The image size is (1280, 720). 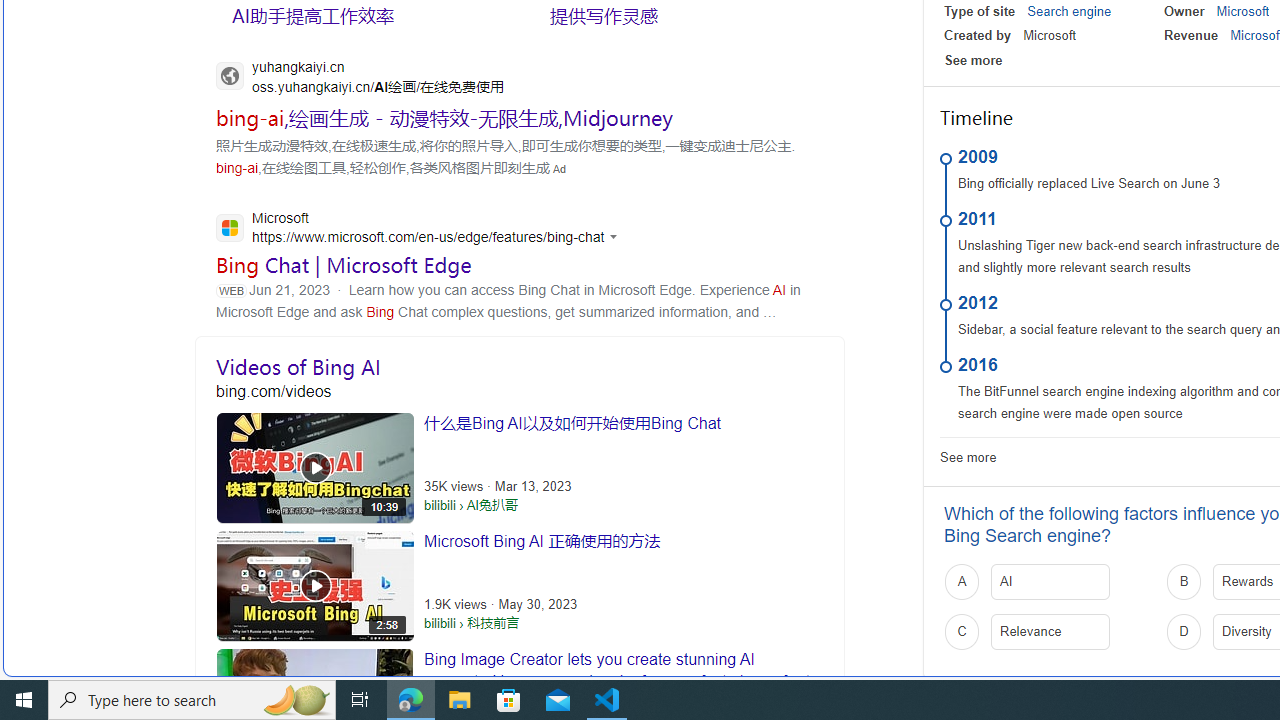 I want to click on 'Bing officially replaced Live Search on June 3', so click(x=1088, y=183).